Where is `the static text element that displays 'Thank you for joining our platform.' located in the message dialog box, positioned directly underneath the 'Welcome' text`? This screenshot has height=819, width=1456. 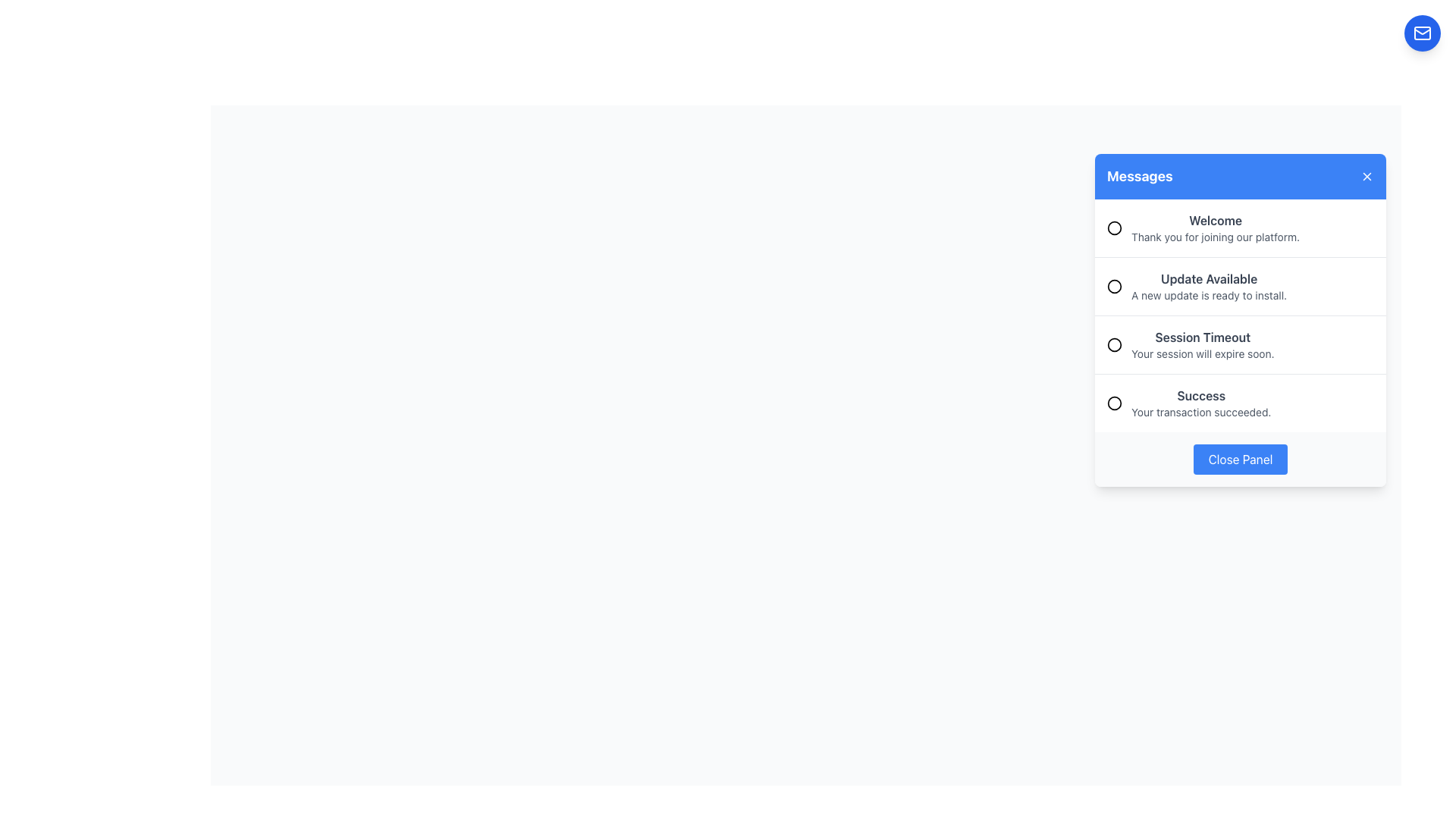 the static text element that displays 'Thank you for joining our platform.' located in the message dialog box, positioned directly underneath the 'Welcome' text is located at coordinates (1216, 237).